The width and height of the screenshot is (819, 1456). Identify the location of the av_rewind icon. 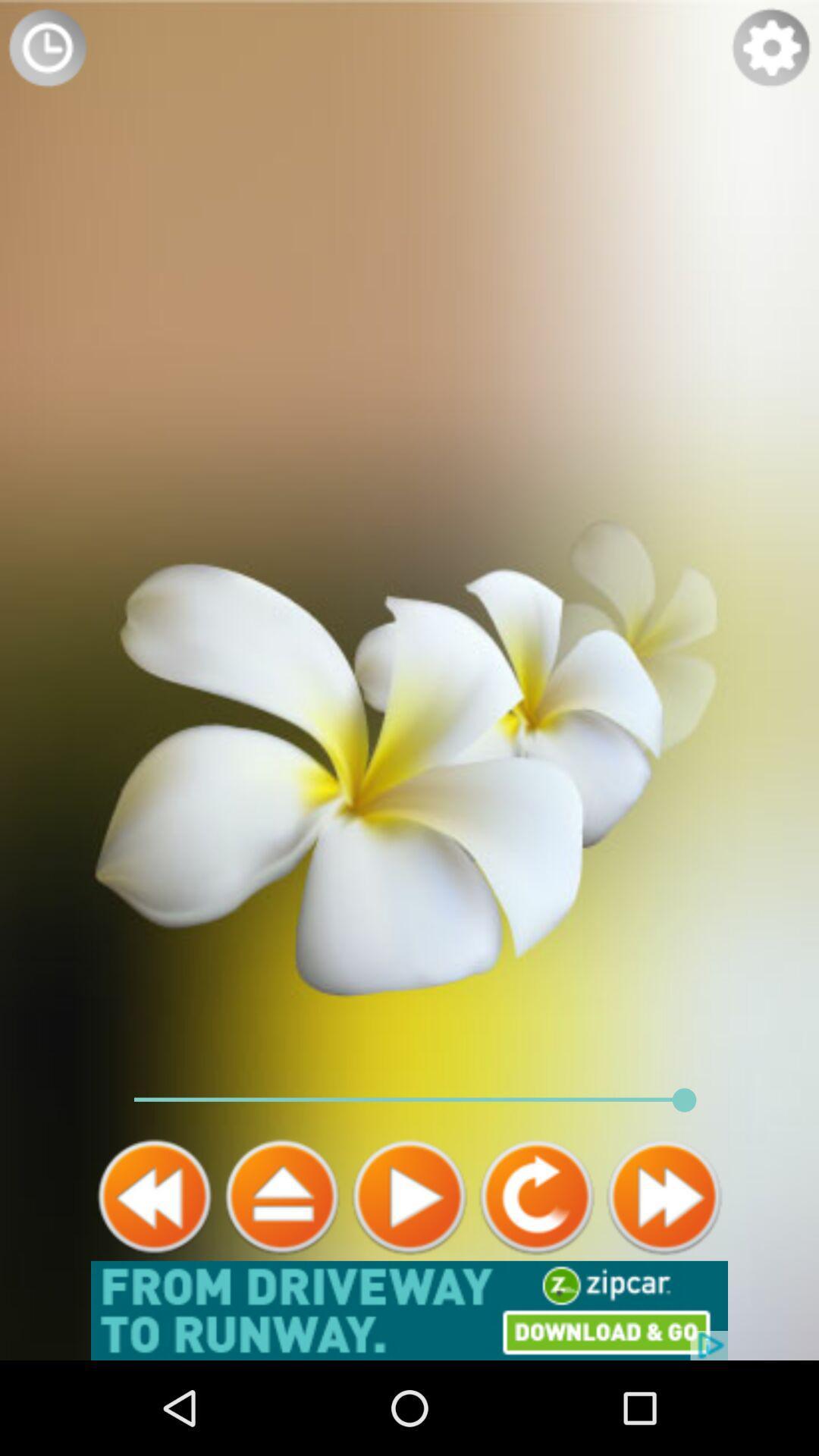
(155, 1196).